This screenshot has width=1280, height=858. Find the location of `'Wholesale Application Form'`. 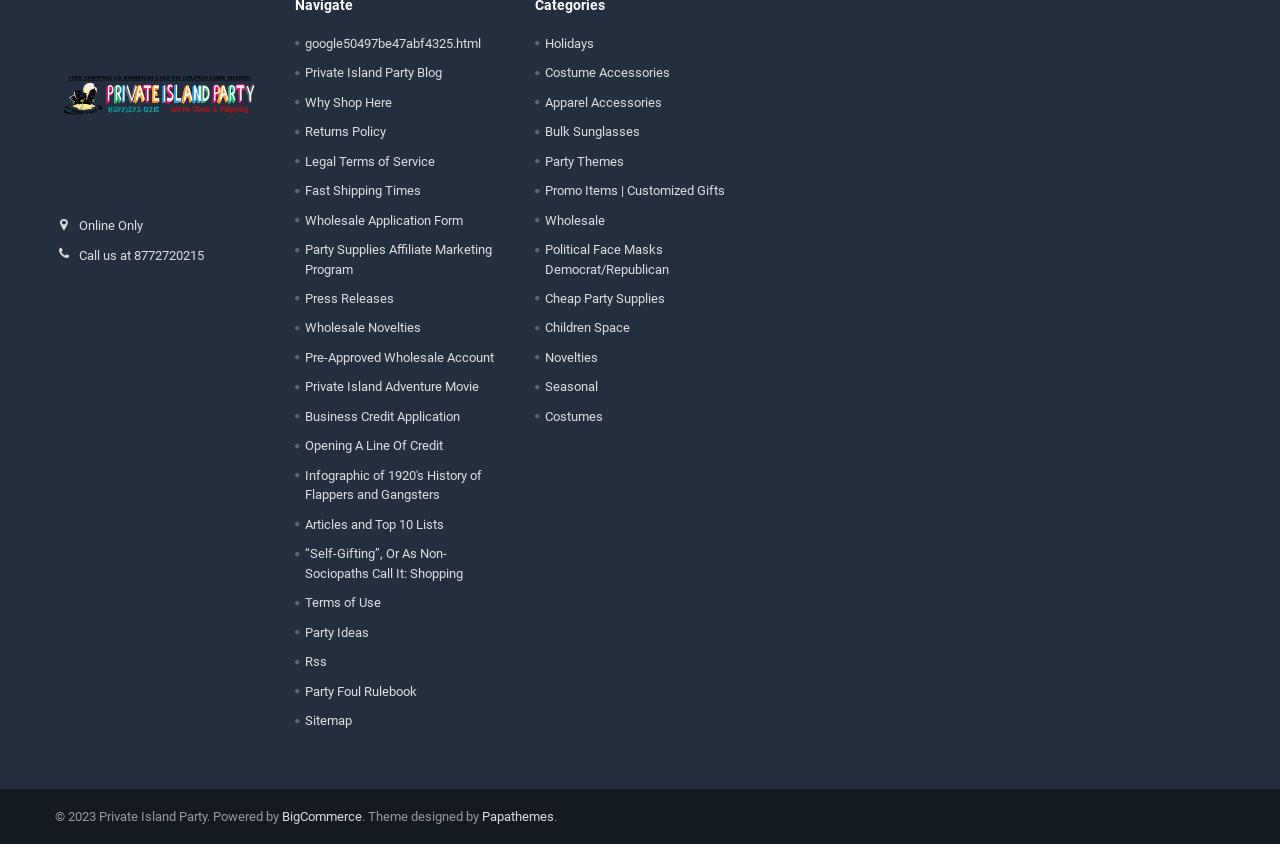

'Wholesale Application Form' is located at coordinates (303, 232).